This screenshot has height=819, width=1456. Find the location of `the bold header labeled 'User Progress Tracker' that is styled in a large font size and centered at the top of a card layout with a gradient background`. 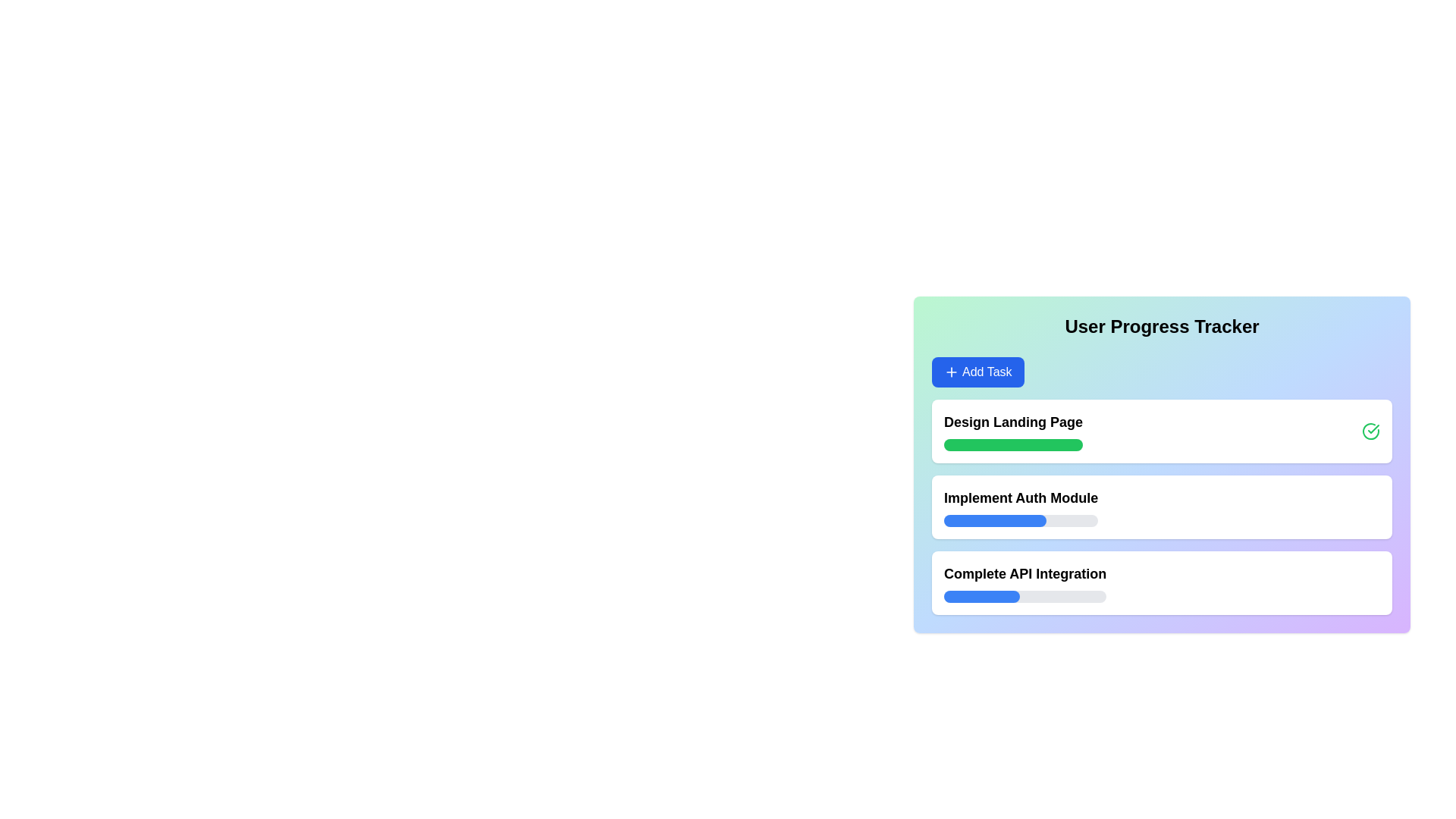

the bold header labeled 'User Progress Tracker' that is styled in a large font size and centered at the top of a card layout with a gradient background is located at coordinates (1161, 326).